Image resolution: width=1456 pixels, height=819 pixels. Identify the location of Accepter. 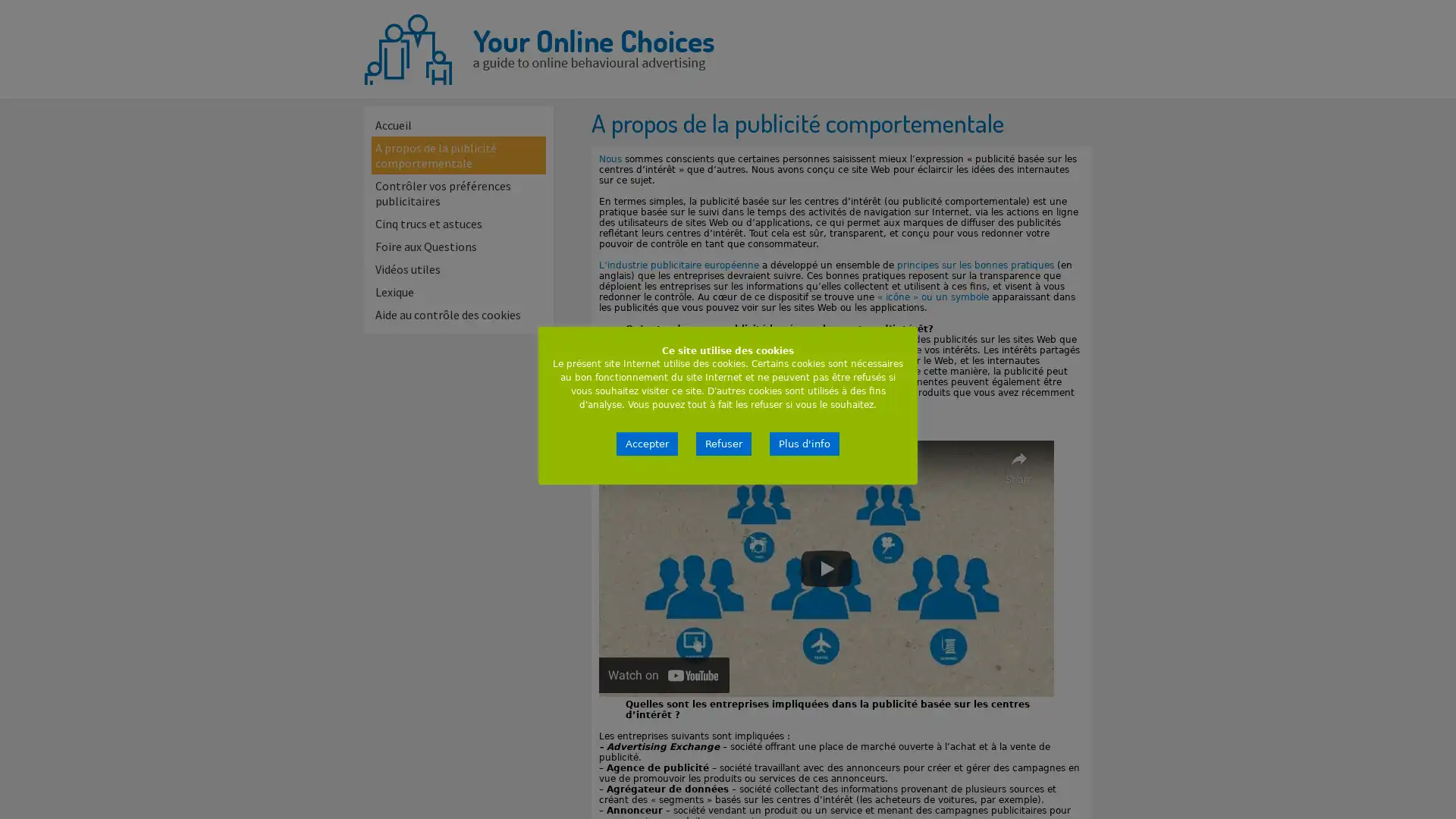
(647, 444).